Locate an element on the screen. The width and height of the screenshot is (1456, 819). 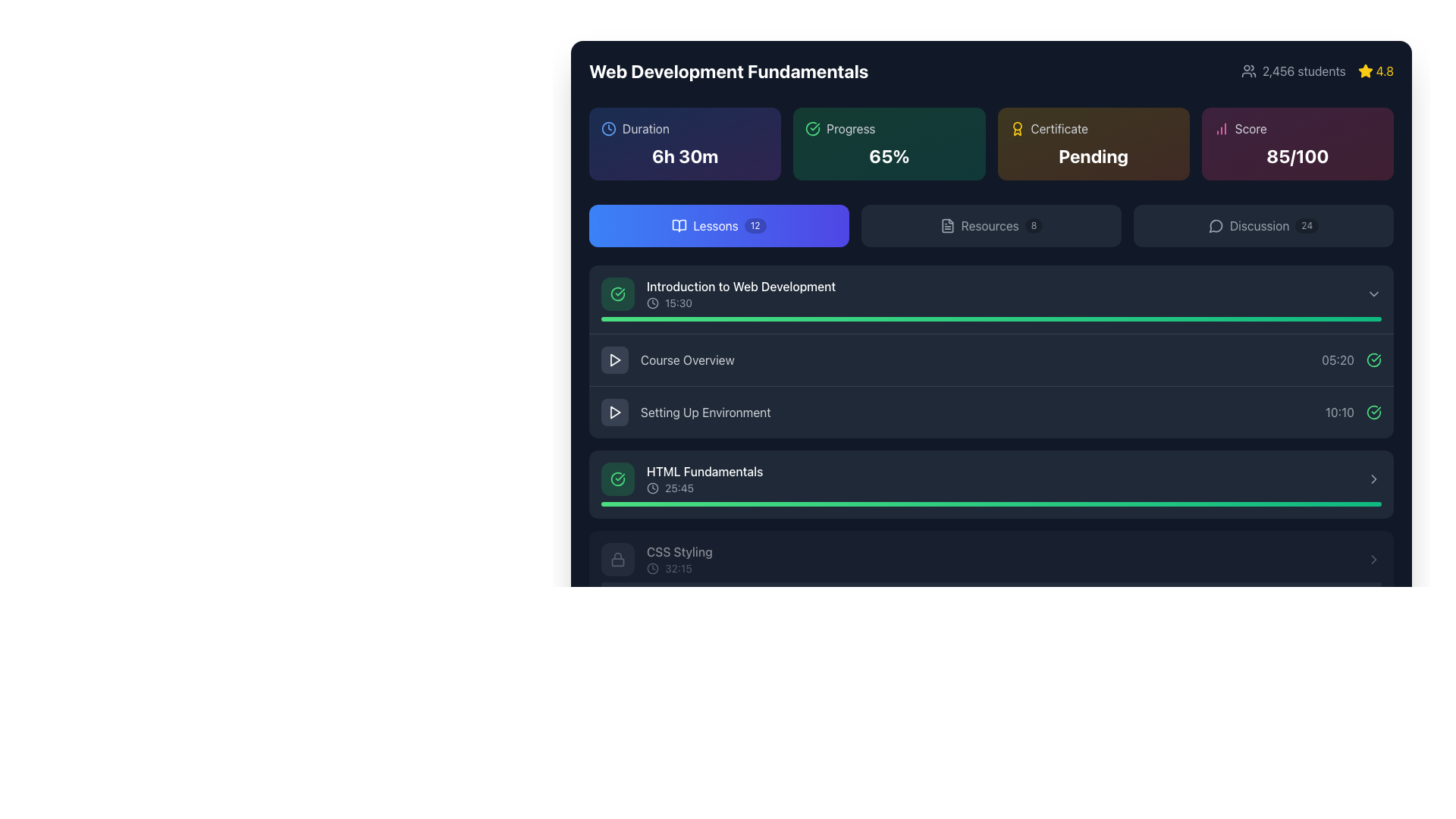
the 'HTML Fundamentals' button which is the fourth item in the course section list, located between 'Setting Up Environment' and 'CSS Styling' is located at coordinates (991, 479).